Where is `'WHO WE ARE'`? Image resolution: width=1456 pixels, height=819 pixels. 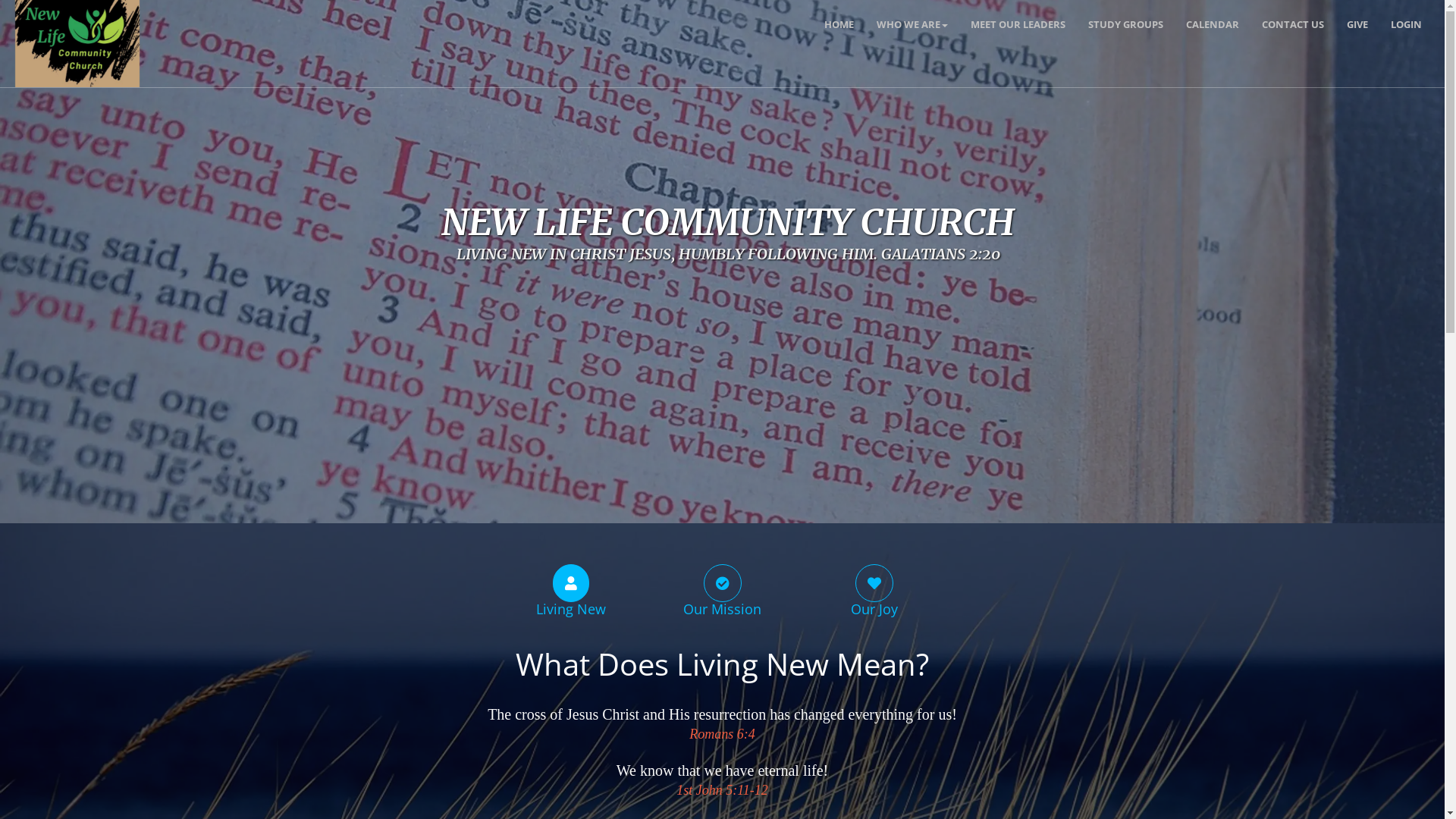 'WHO WE ARE' is located at coordinates (912, 24).